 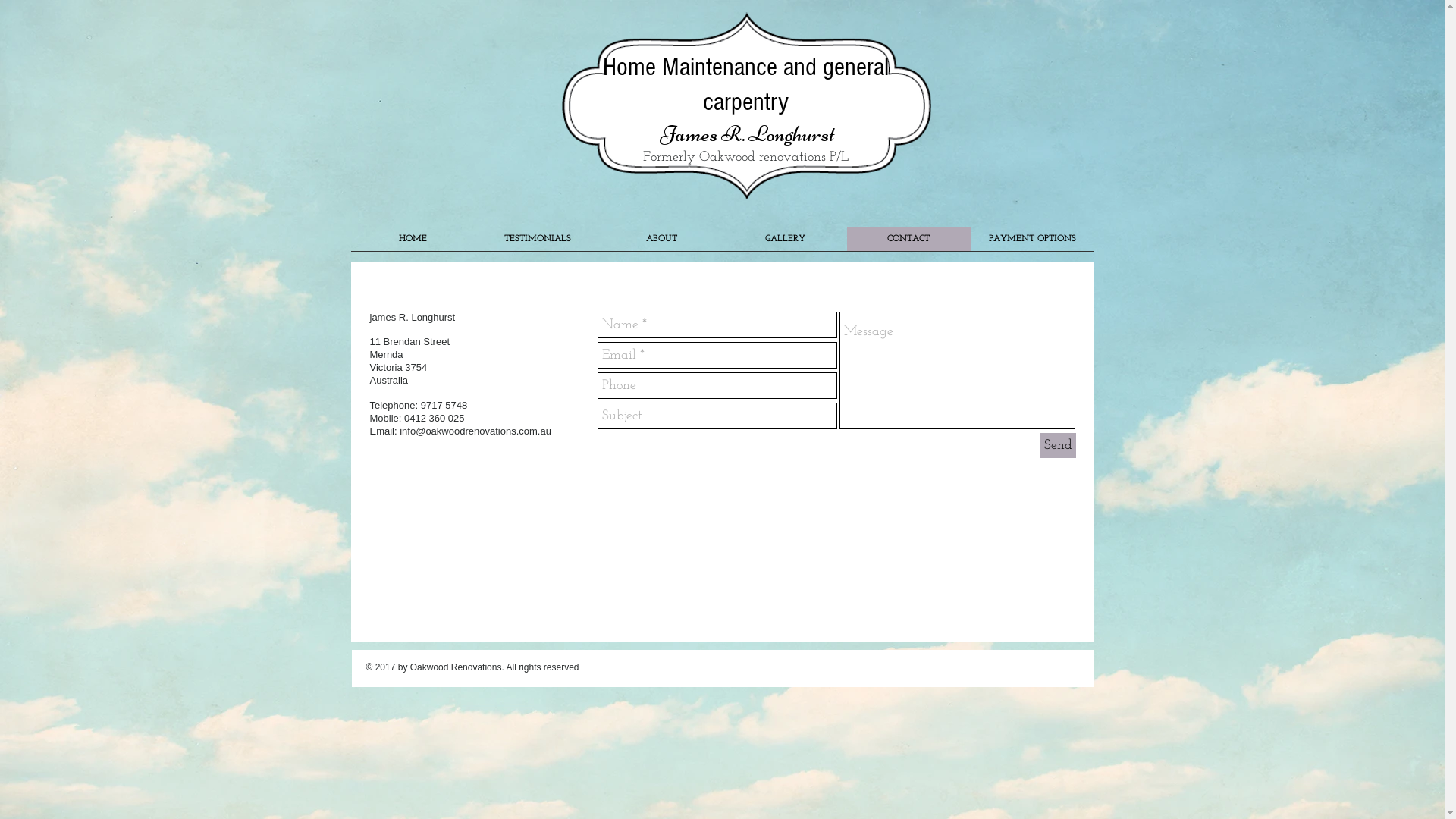 I want to click on 'CONTACT', so click(x=908, y=239).